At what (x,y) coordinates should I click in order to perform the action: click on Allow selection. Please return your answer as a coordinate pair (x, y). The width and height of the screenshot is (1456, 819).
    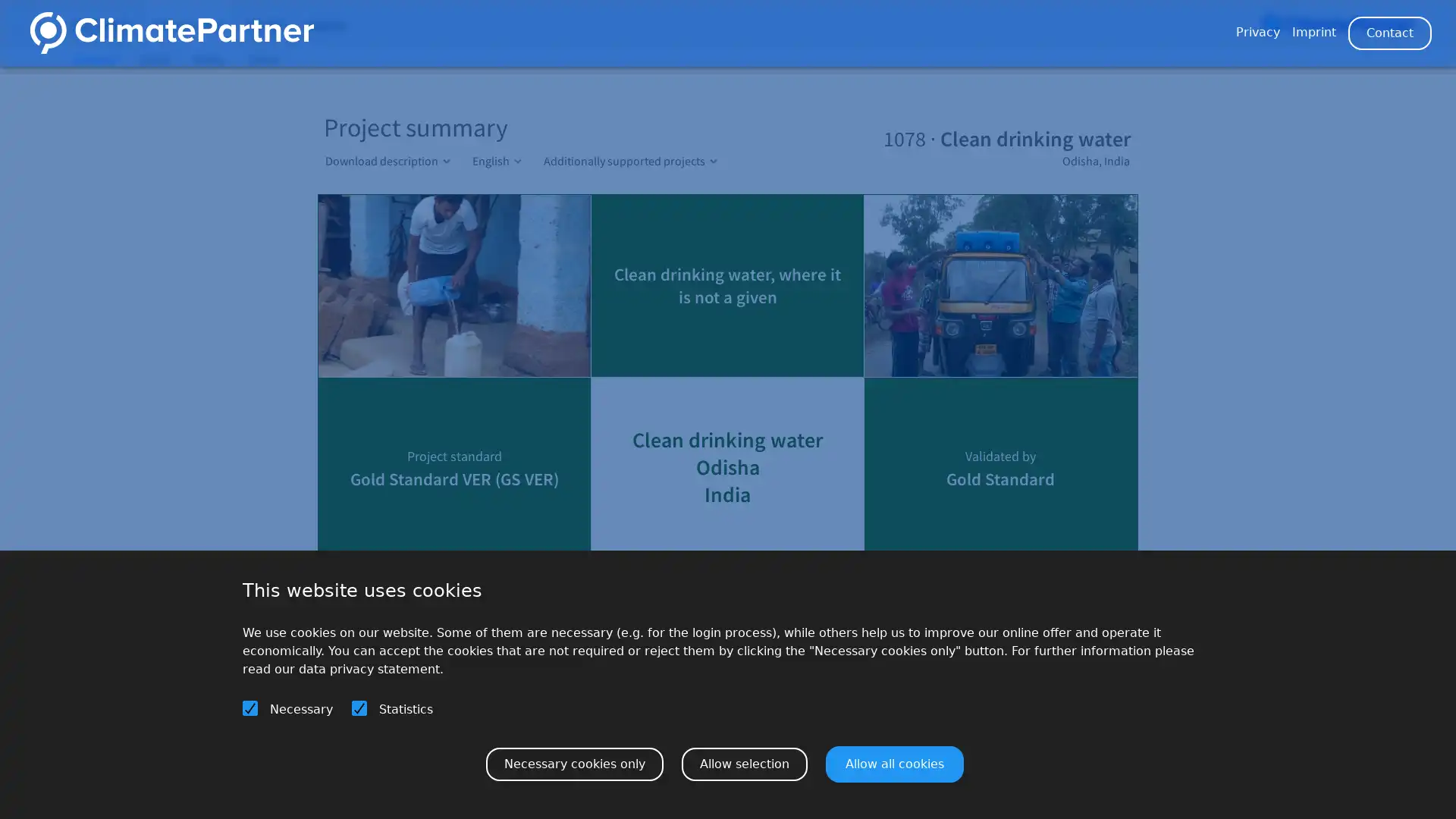
    Looking at the image, I should click on (745, 763).